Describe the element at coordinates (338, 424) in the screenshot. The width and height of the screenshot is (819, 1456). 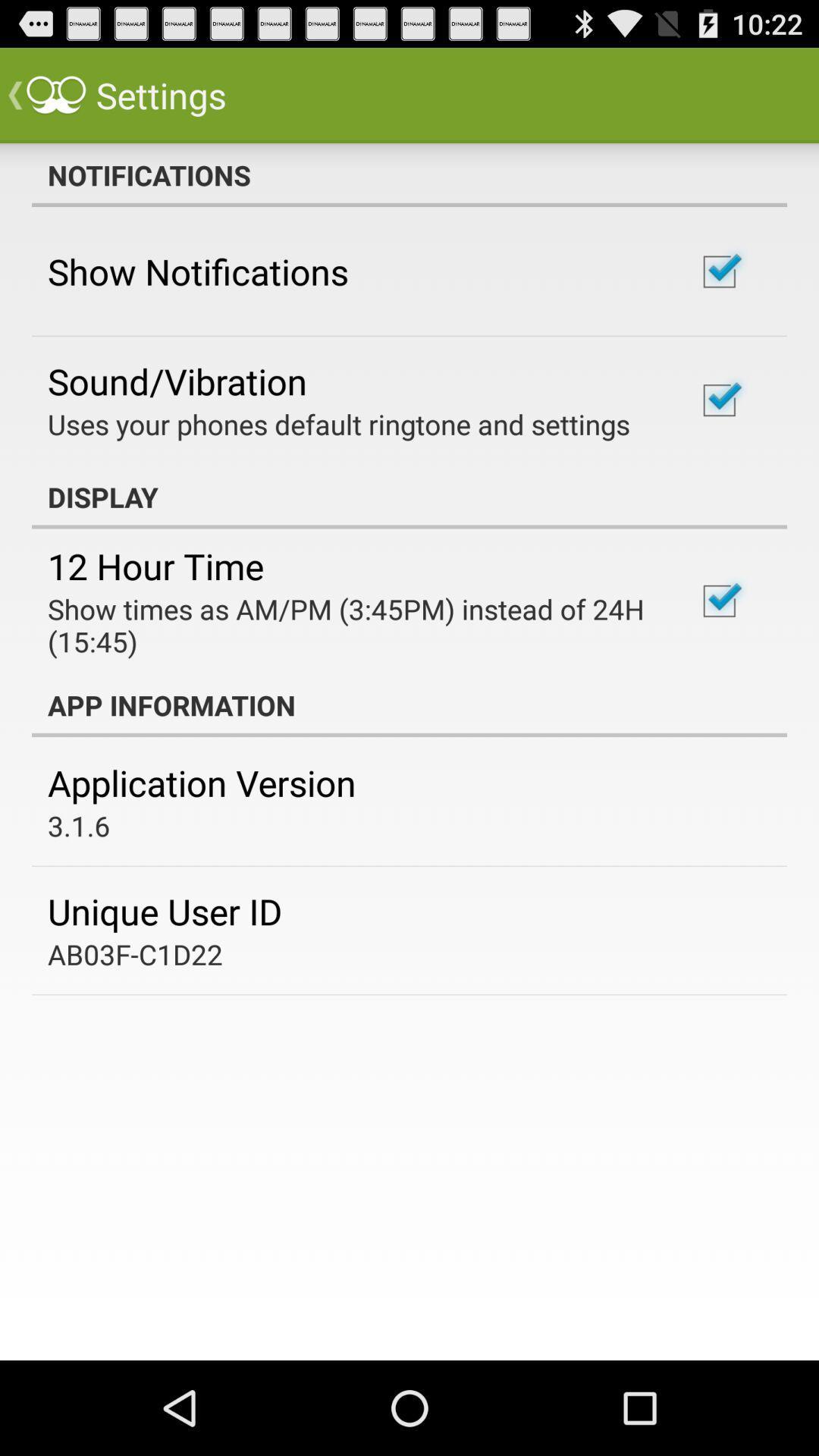
I see `the icon below the sound/vibration app` at that location.